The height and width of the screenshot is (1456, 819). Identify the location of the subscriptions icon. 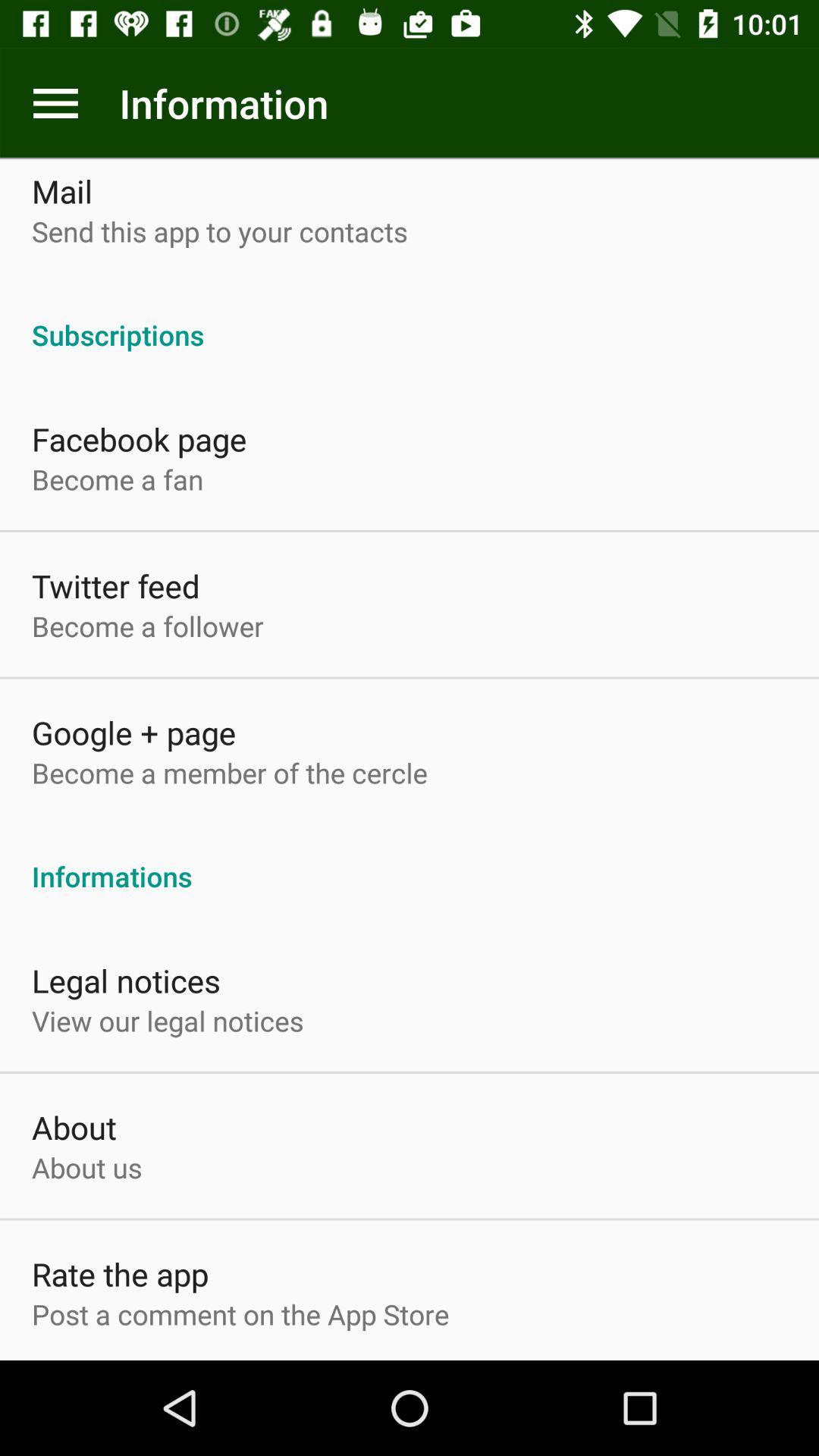
(409, 318).